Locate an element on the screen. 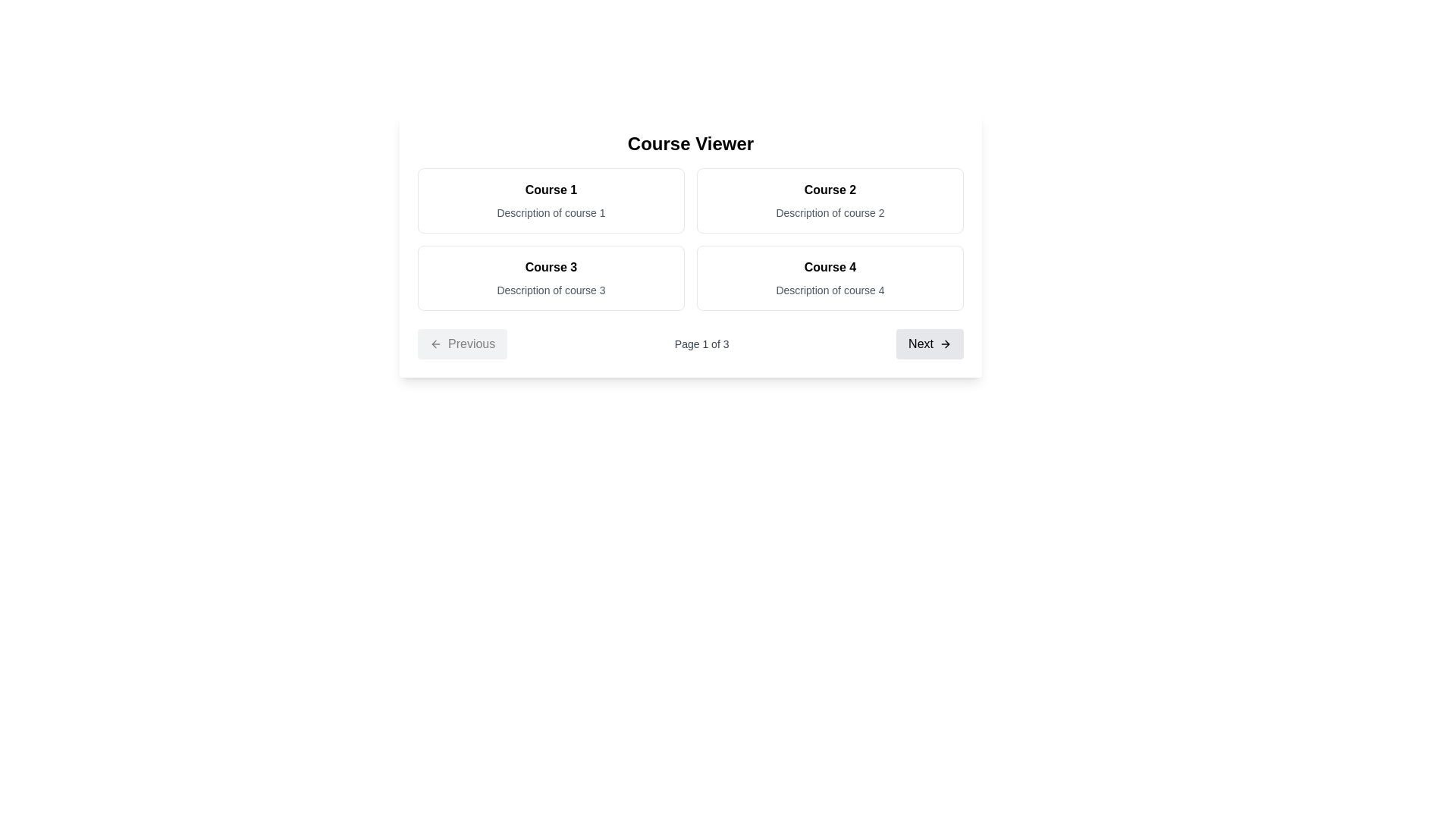  the text label displaying 'Page 1 of 3' that is centrally positioned within the pagination control, located between the 'Previous' and 'Next' buttons is located at coordinates (701, 344).